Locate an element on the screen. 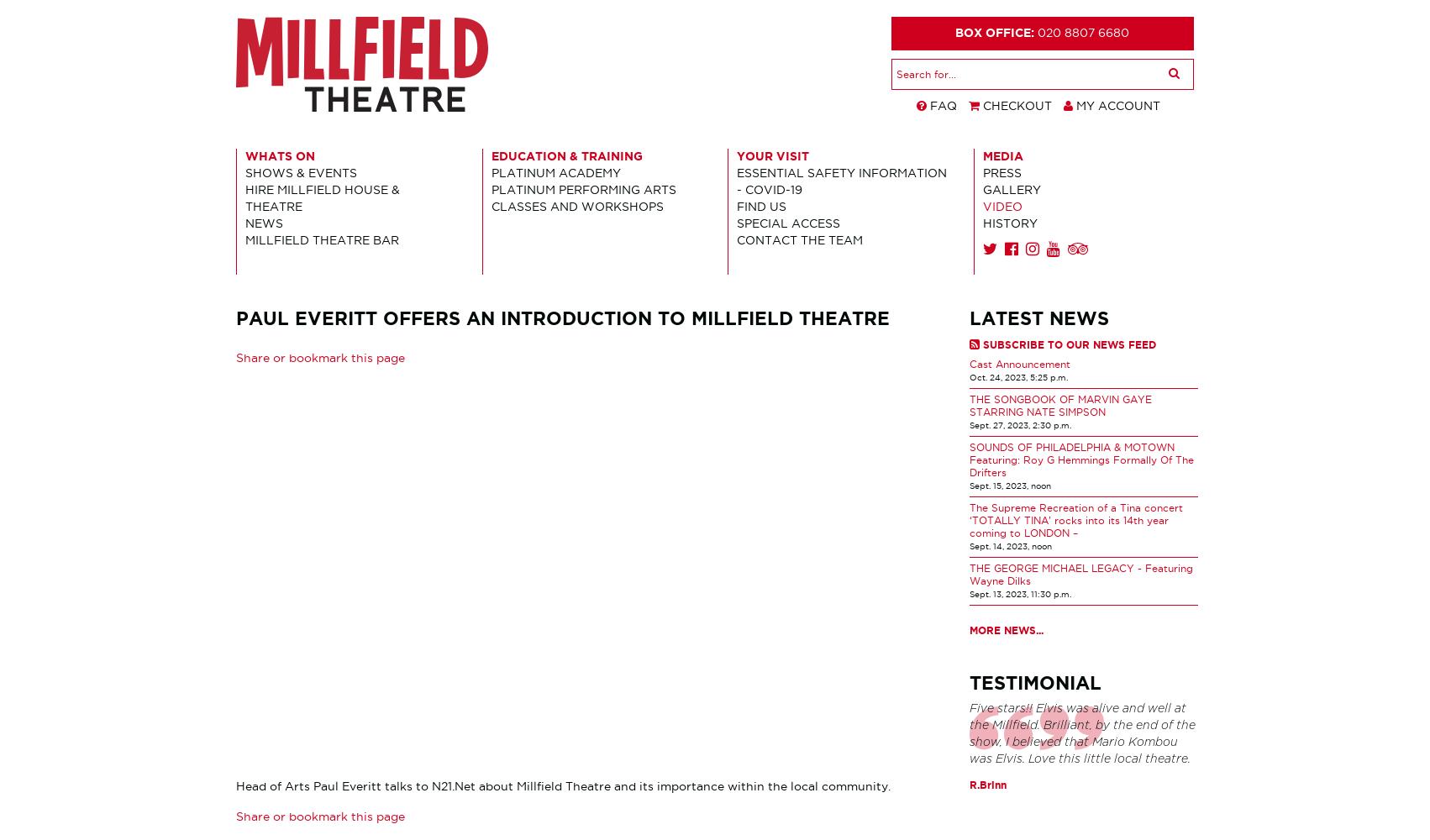  'Education & Training' is located at coordinates (565, 155).